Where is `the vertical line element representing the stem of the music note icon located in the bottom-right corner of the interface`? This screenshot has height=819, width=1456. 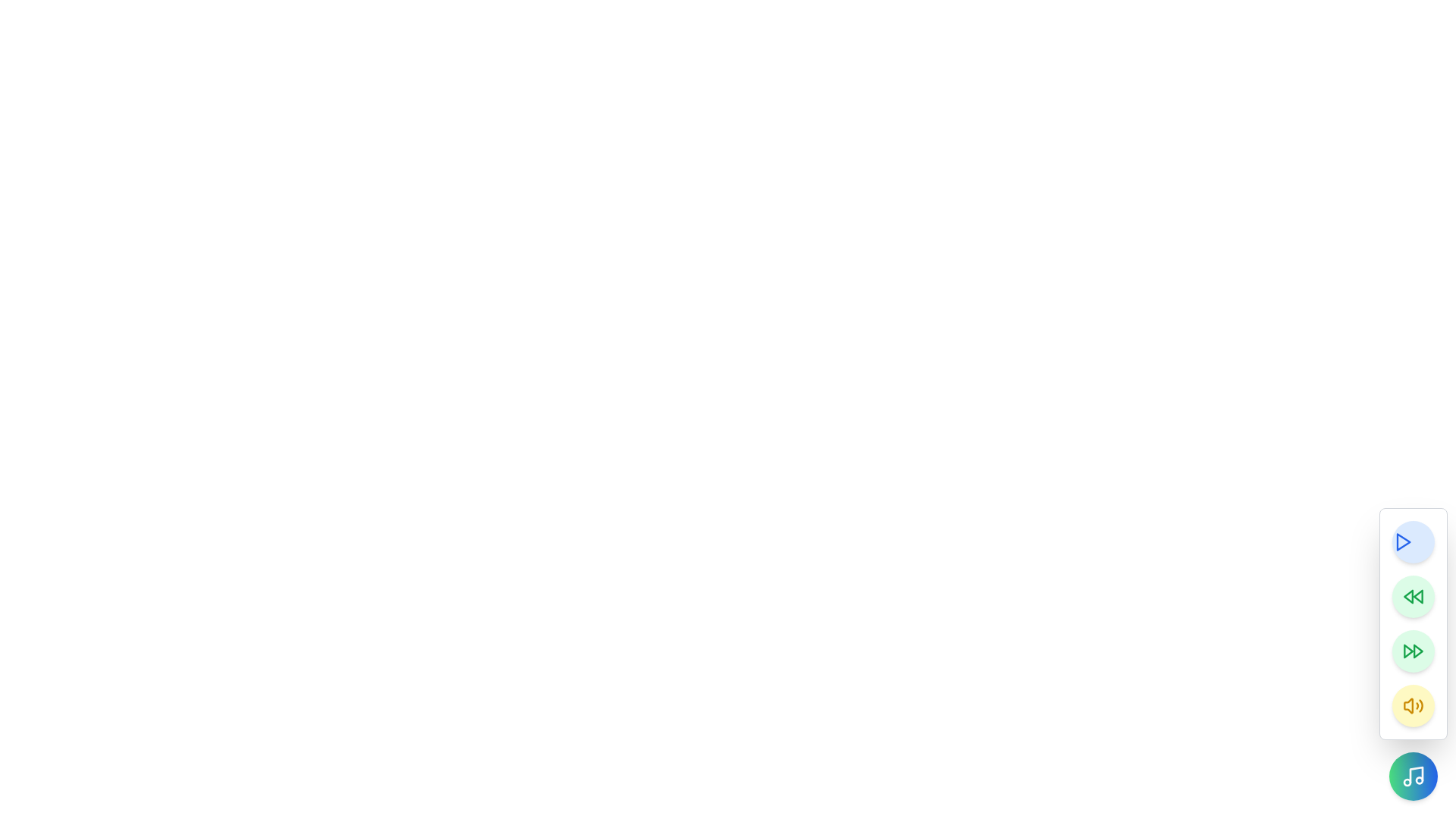 the vertical line element representing the stem of the music note icon located in the bottom-right corner of the interface is located at coordinates (1415, 775).